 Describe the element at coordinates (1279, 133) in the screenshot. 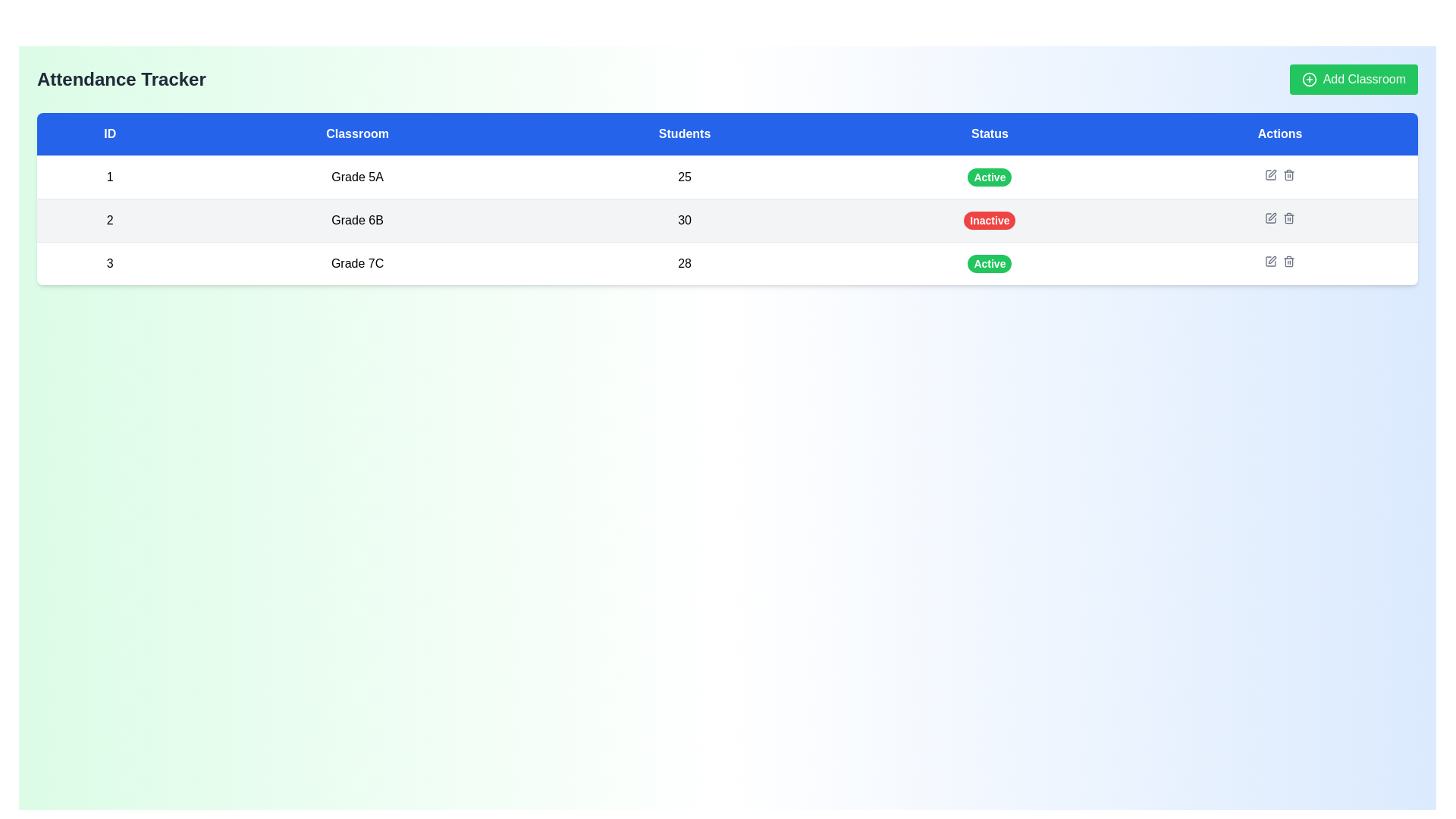

I see `the text element labeled 'Actions', which is the fifth header in a row above a table with a blue background and white centered text` at that location.